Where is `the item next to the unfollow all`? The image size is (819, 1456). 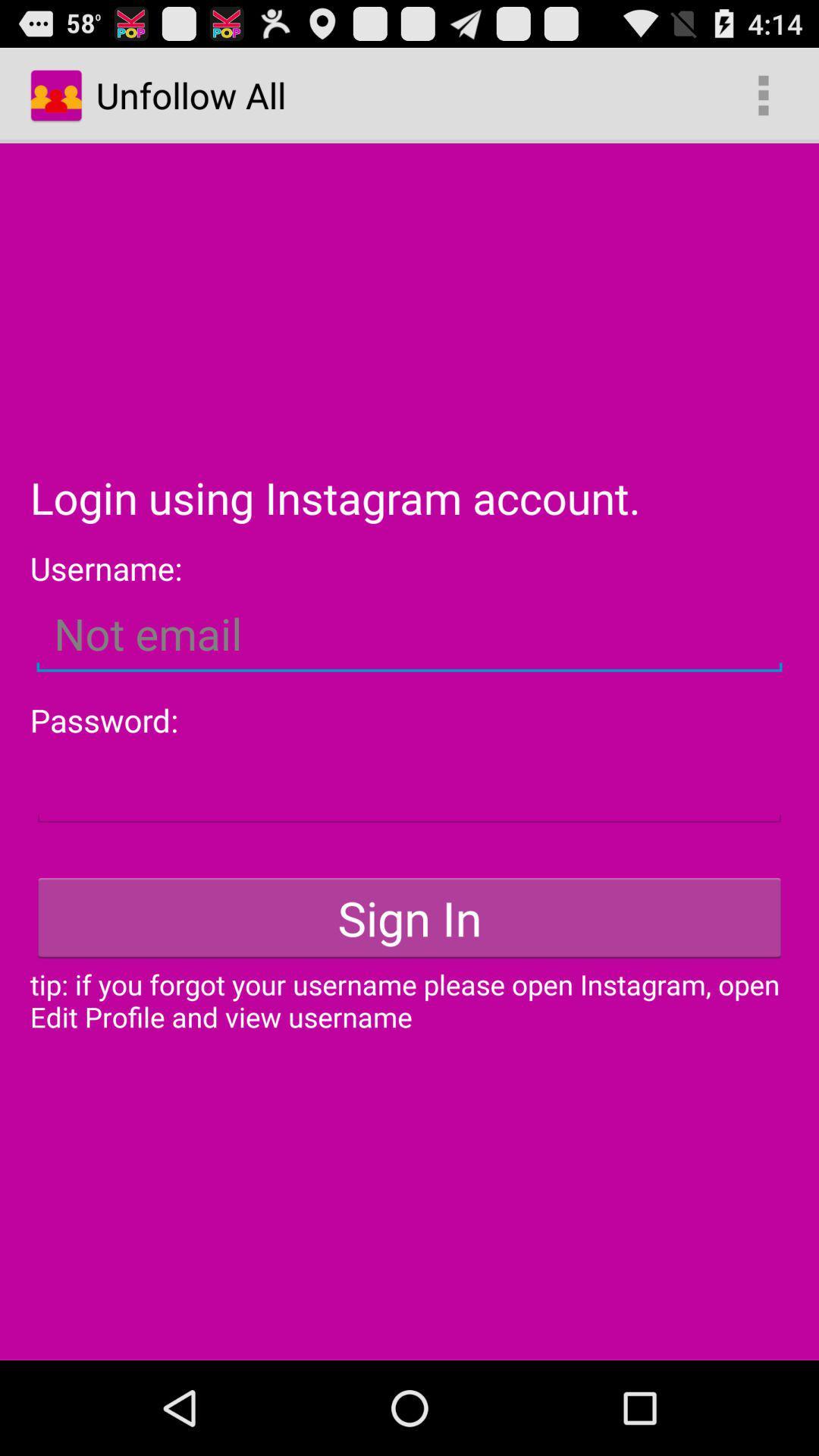 the item next to the unfollow all is located at coordinates (763, 94).